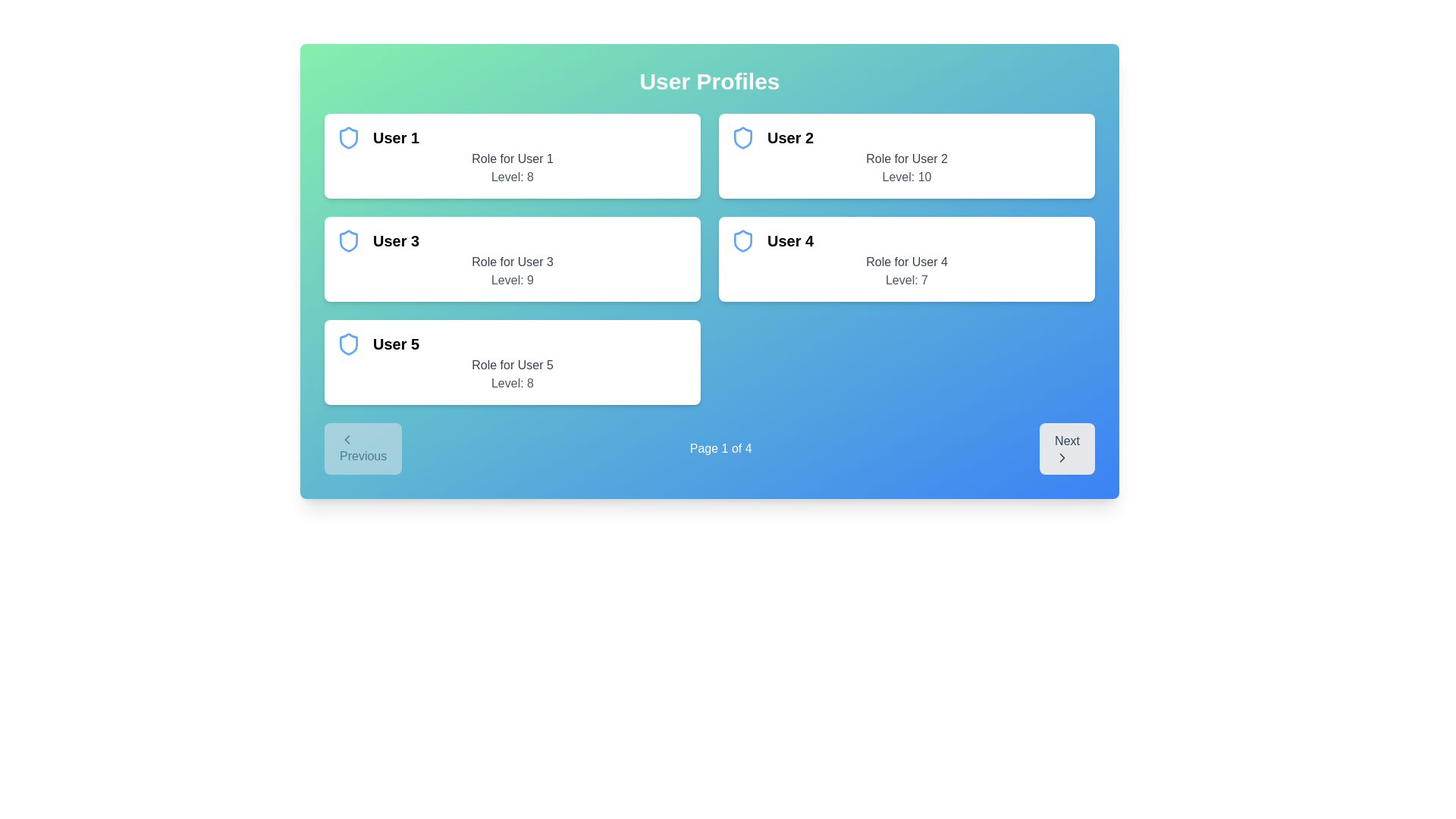 The width and height of the screenshot is (1456, 819). I want to click on the shield-shaped icon with a blue outline located next to the text label 'User 5' in the user profile card, so click(348, 344).